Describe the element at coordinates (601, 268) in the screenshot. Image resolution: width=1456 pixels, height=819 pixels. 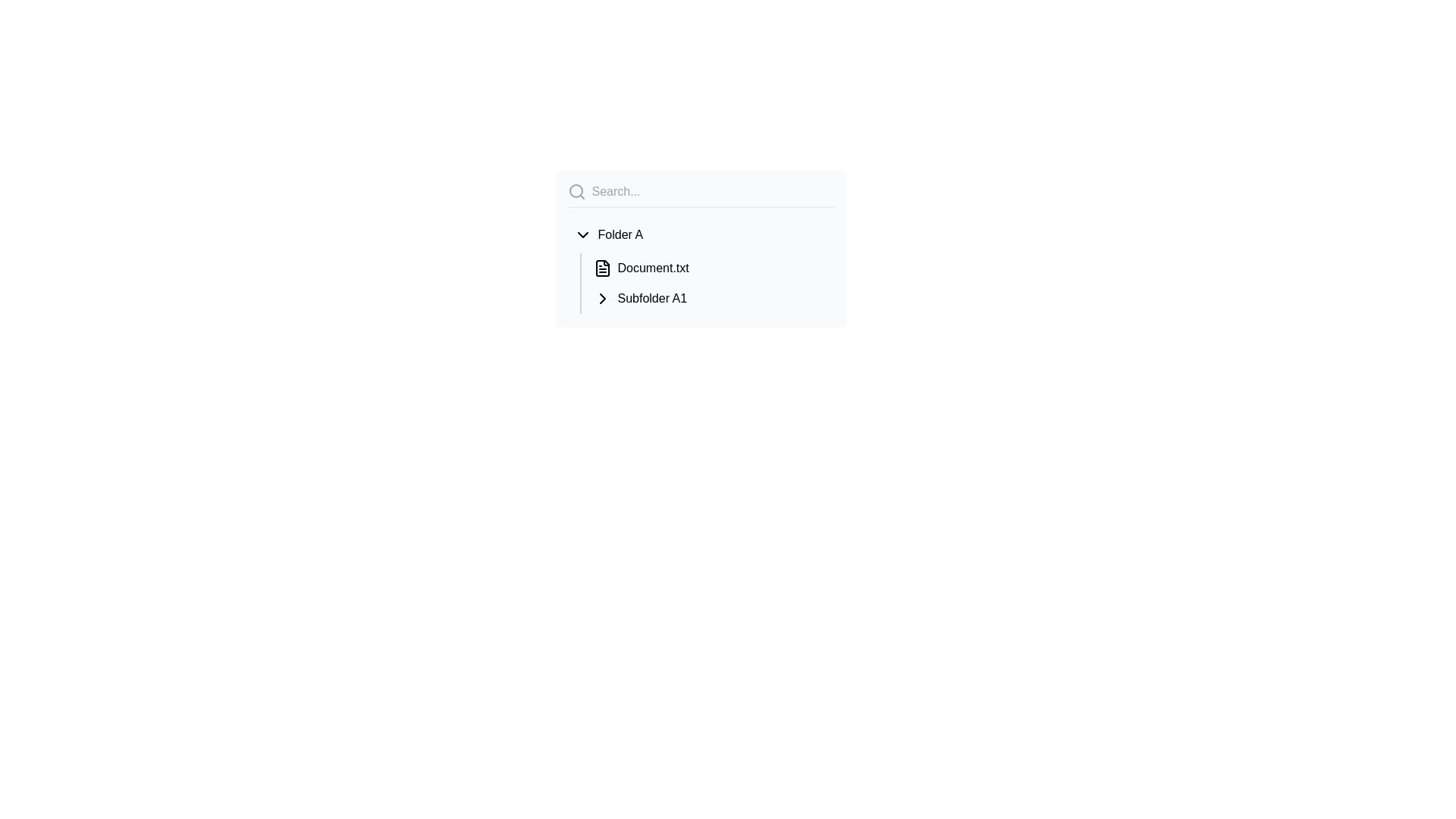
I see `the icon representing 'Document.txt' located to the left of its label in the file list` at that location.